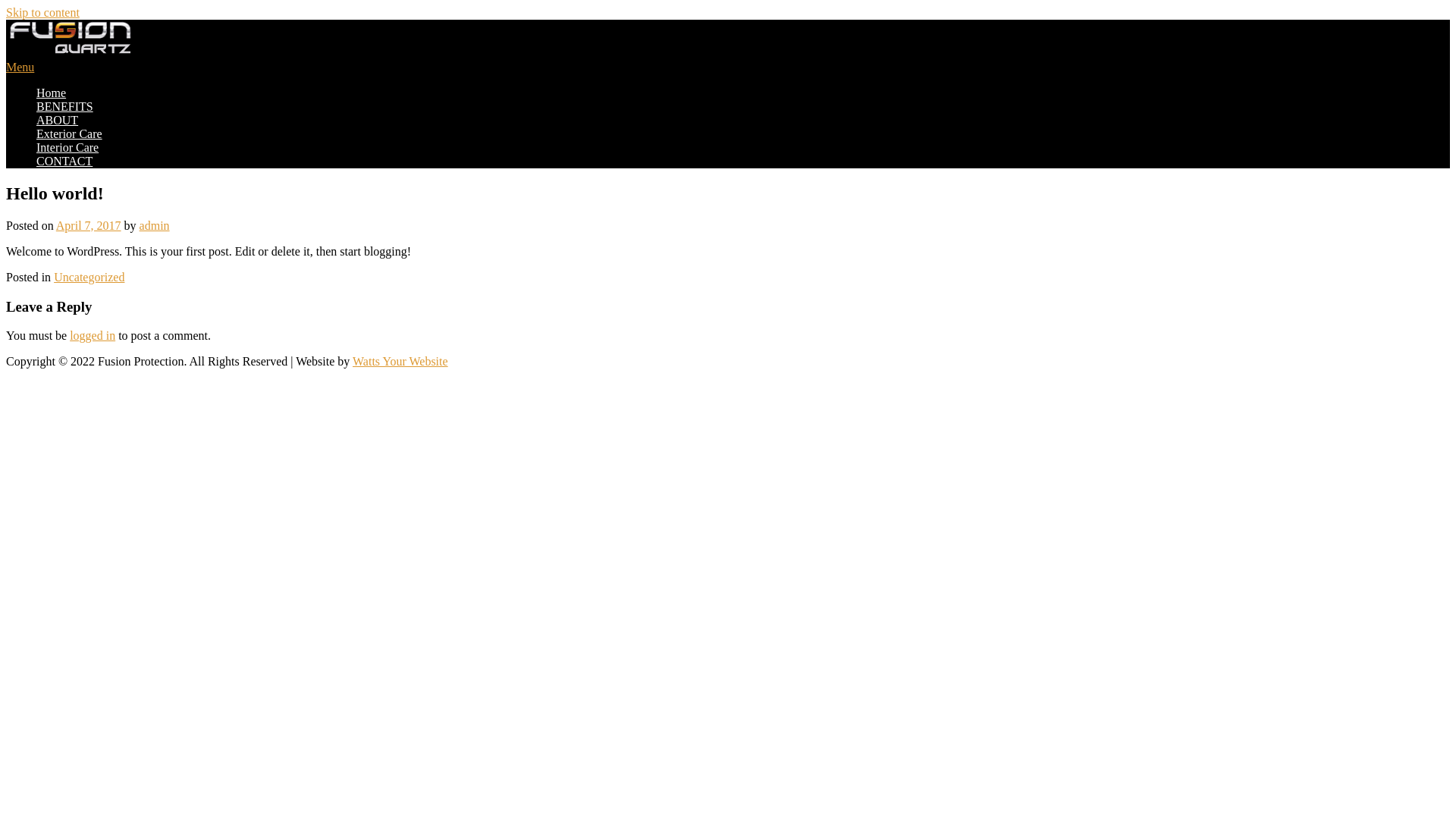 The width and height of the screenshot is (1456, 819). What do you see at coordinates (91, 334) in the screenshot?
I see `'logged in'` at bounding box center [91, 334].